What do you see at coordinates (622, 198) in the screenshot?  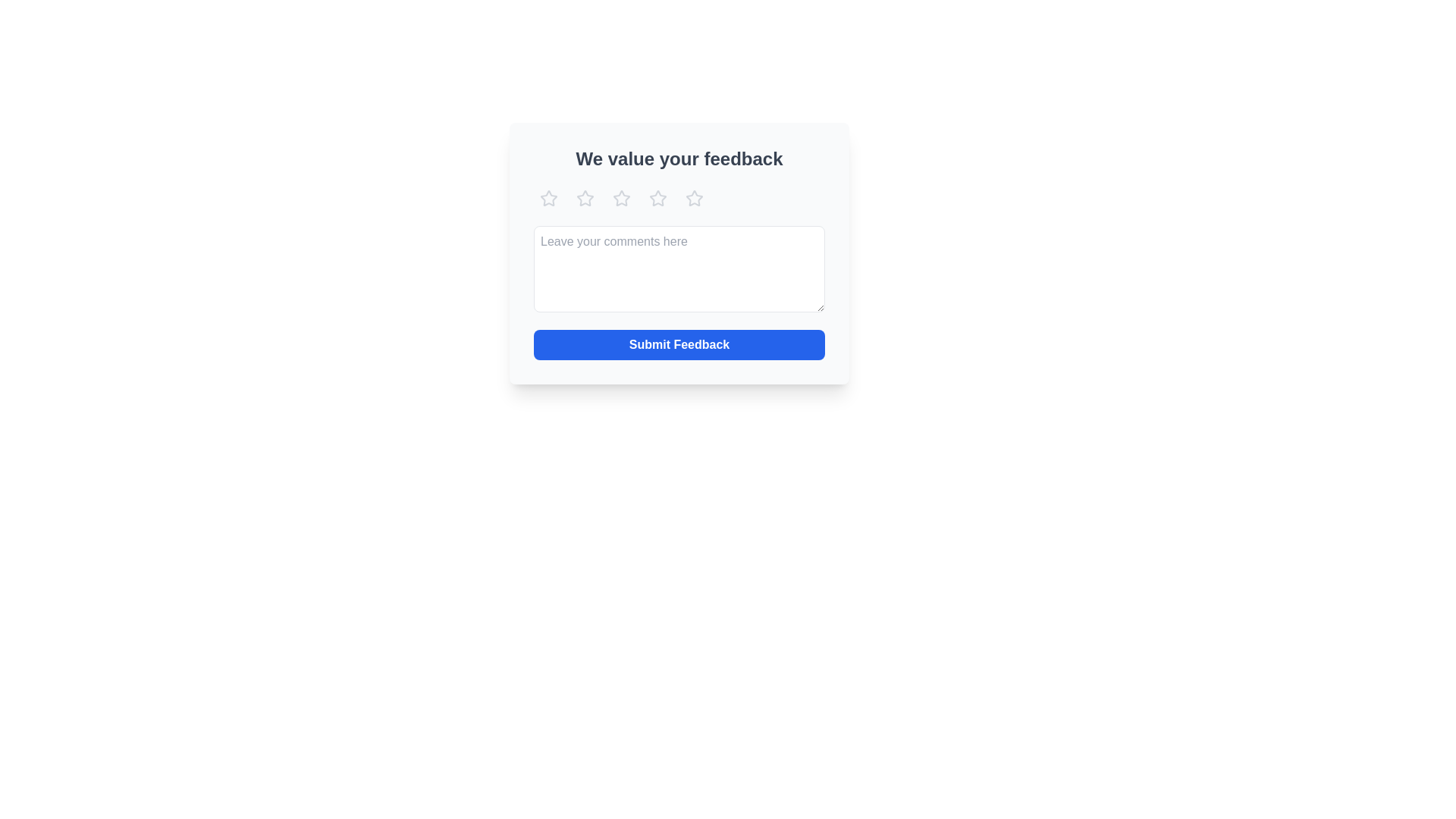 I see `the third star icon in the horizontal rating system` at bounding box center [622, 198].